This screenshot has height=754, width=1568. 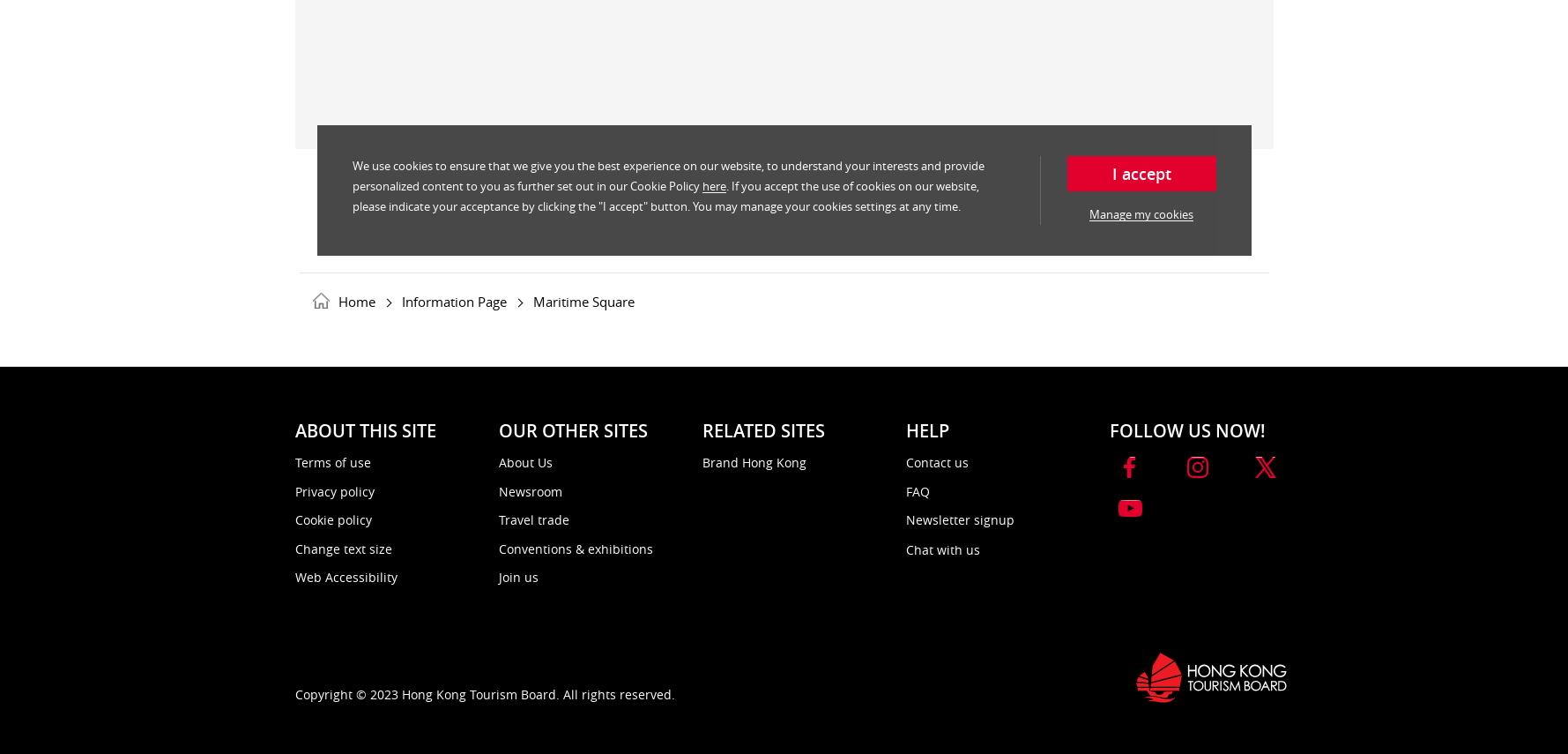 I want to click on 'Newsroom', so click(x=529, y=490).